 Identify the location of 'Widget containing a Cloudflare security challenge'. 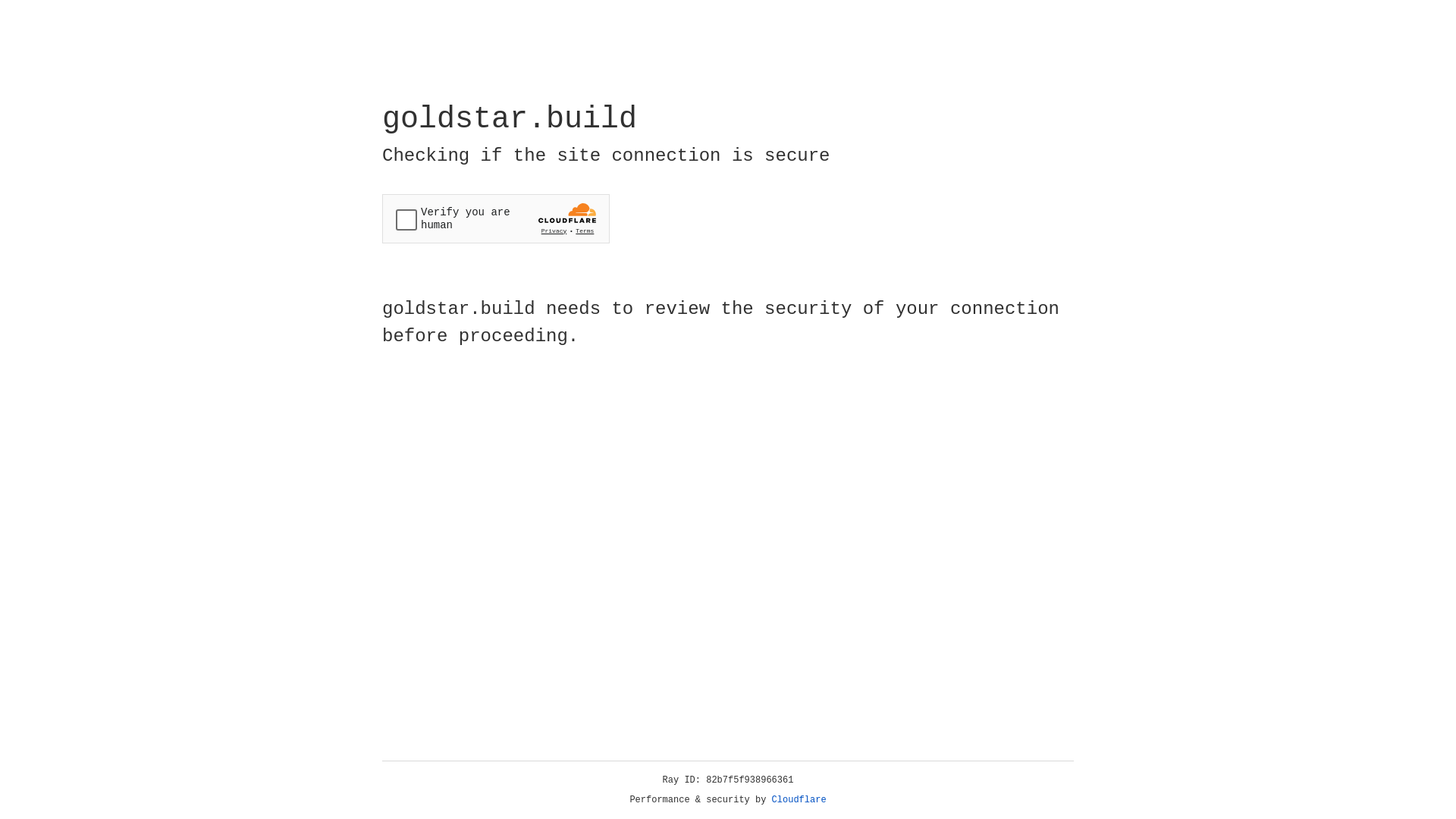
(495, 218).